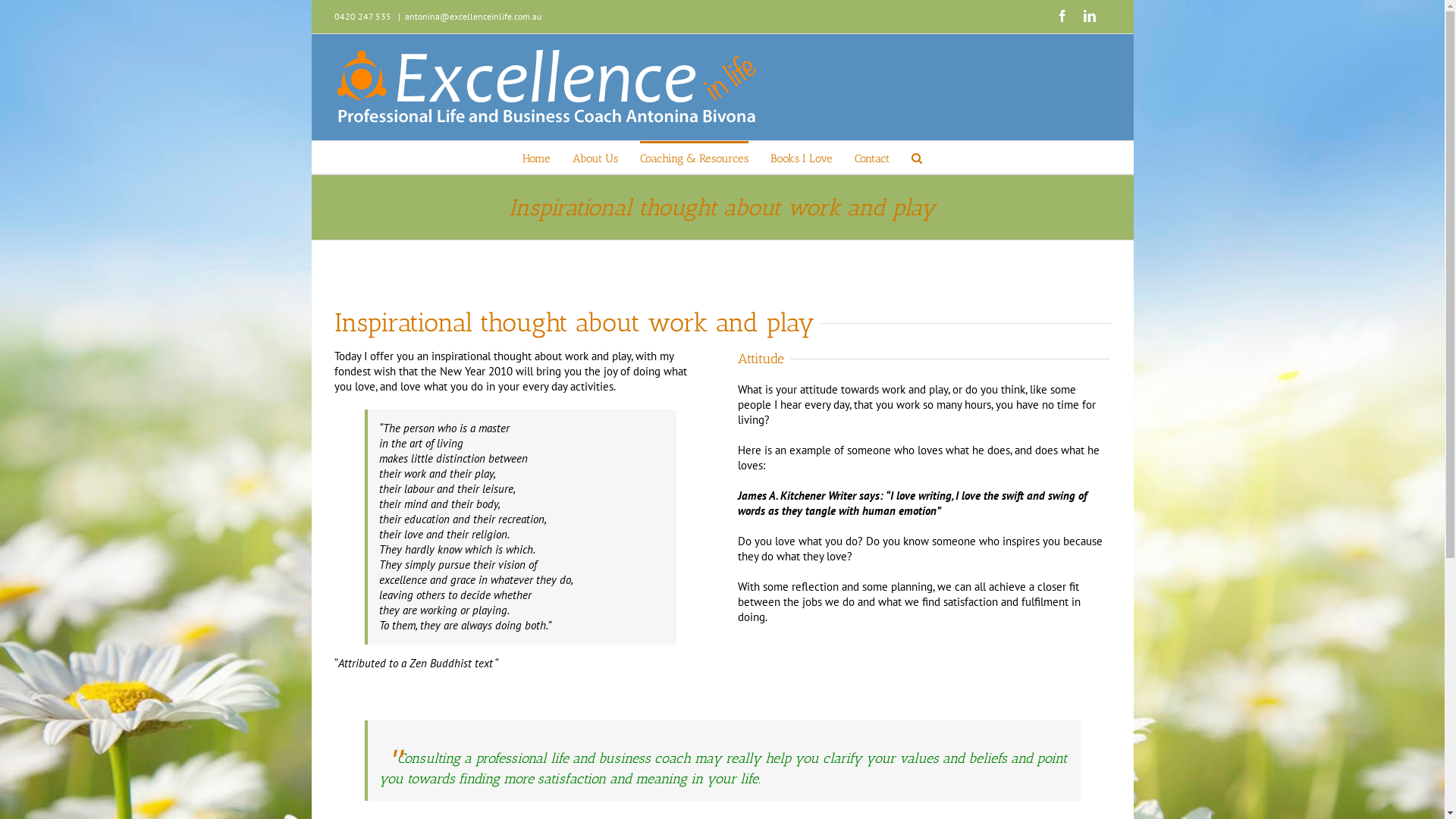  I want to click on 'Coaching & Resources', so click(640, 157).